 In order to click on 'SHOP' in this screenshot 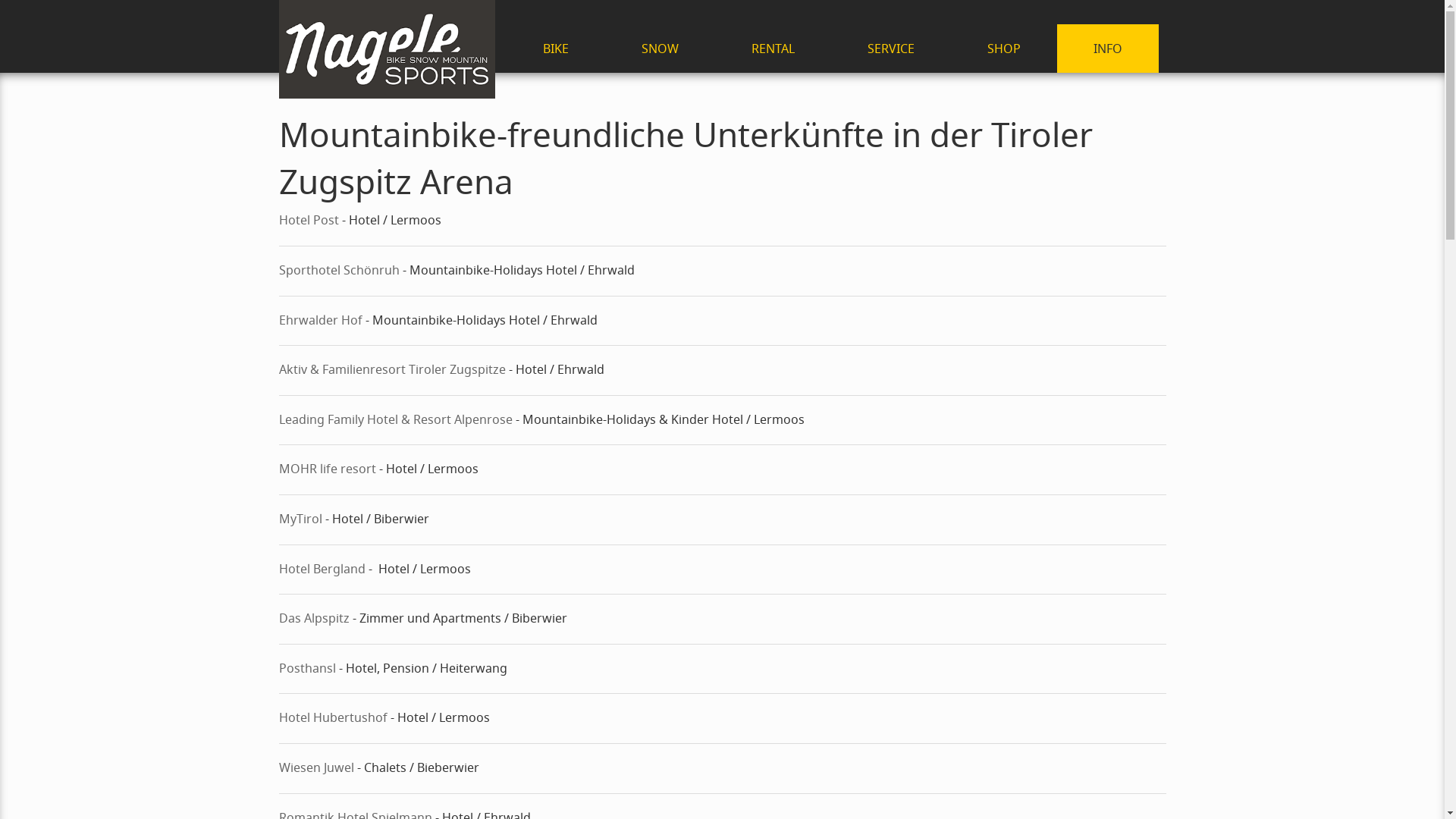, I will do `click(949, 48)`.